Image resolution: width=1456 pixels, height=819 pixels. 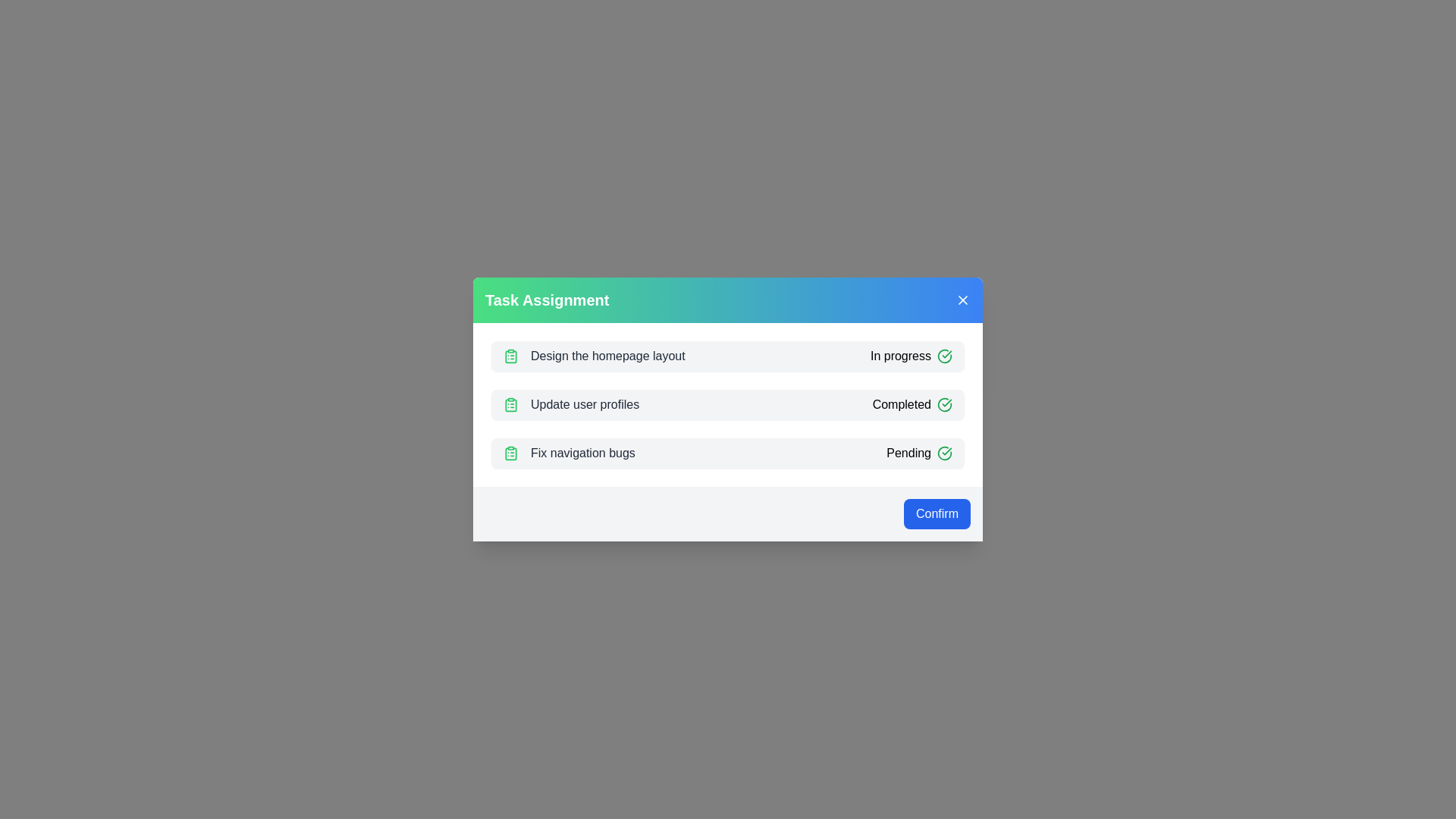 I want to click on the green clipboard icon located in the task titled 'Update user profiles' within the task assignment interface, so click(x=510, y=403).